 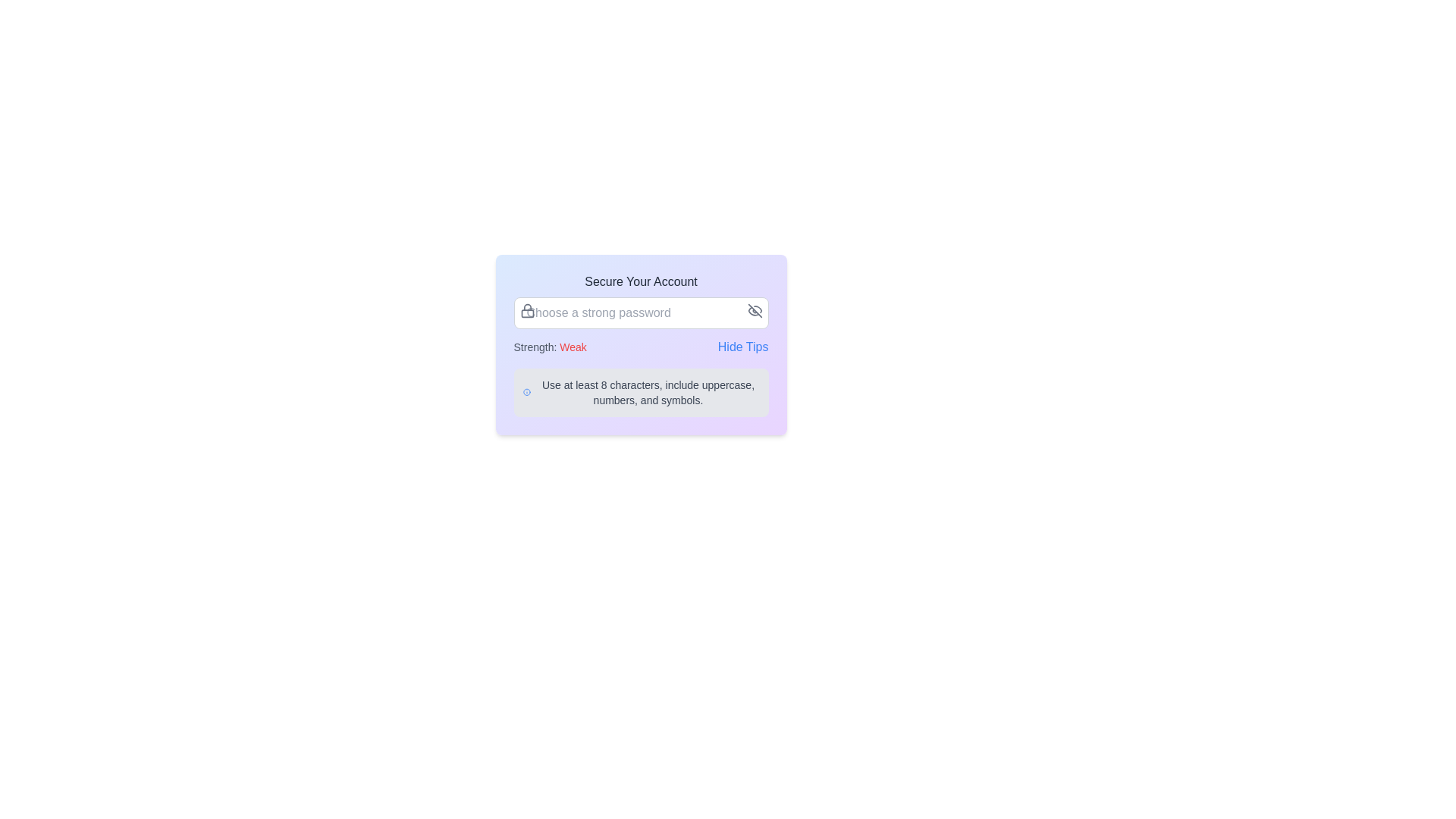 What do you see at coordinates (527, 312) in the screenshot?
I see `the rectangular base of the lock icon, which is part of the password input field labeled 'Choose a strong password'` at bounding box center [527, 312].